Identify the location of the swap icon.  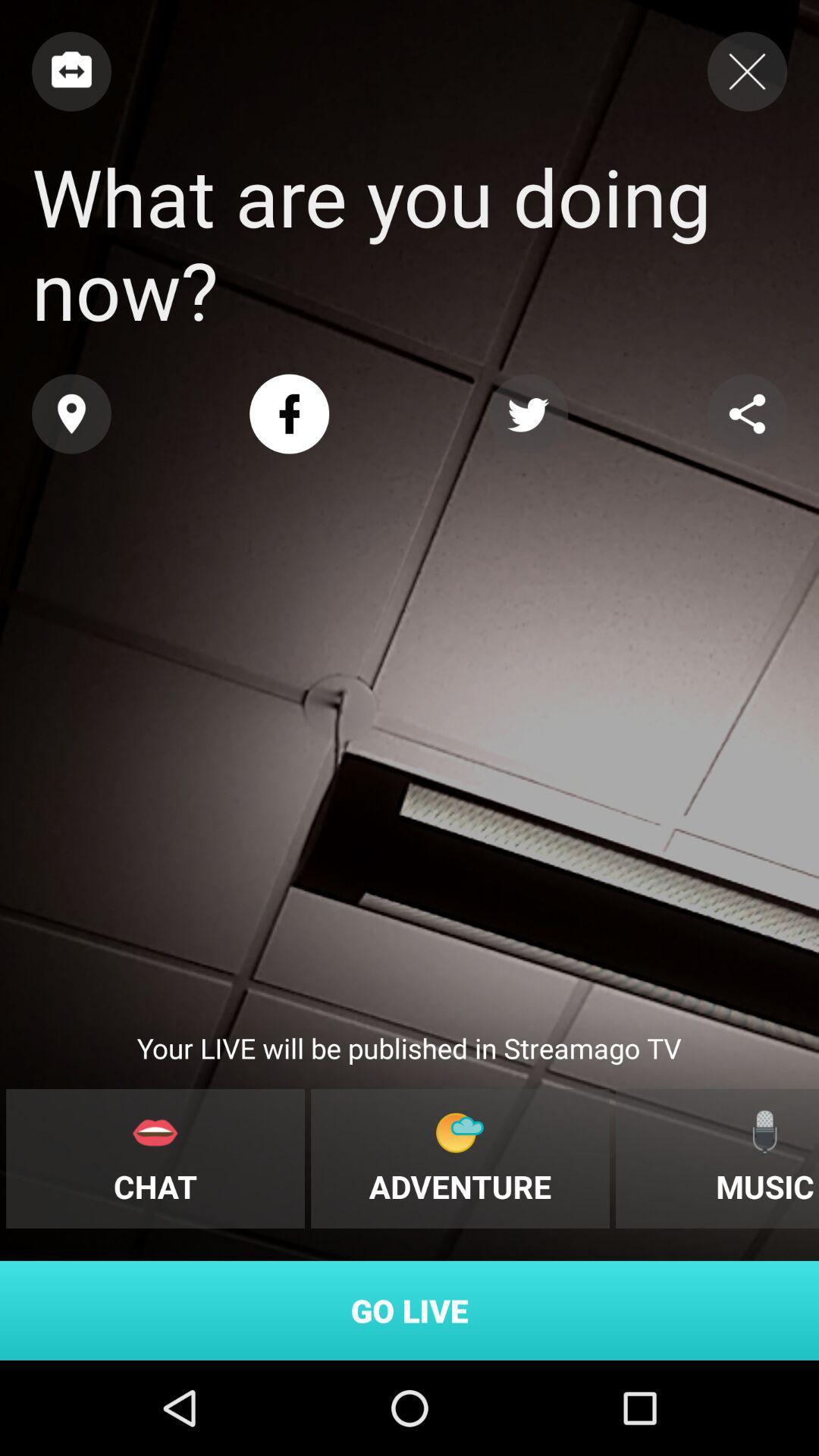
(71, 71).